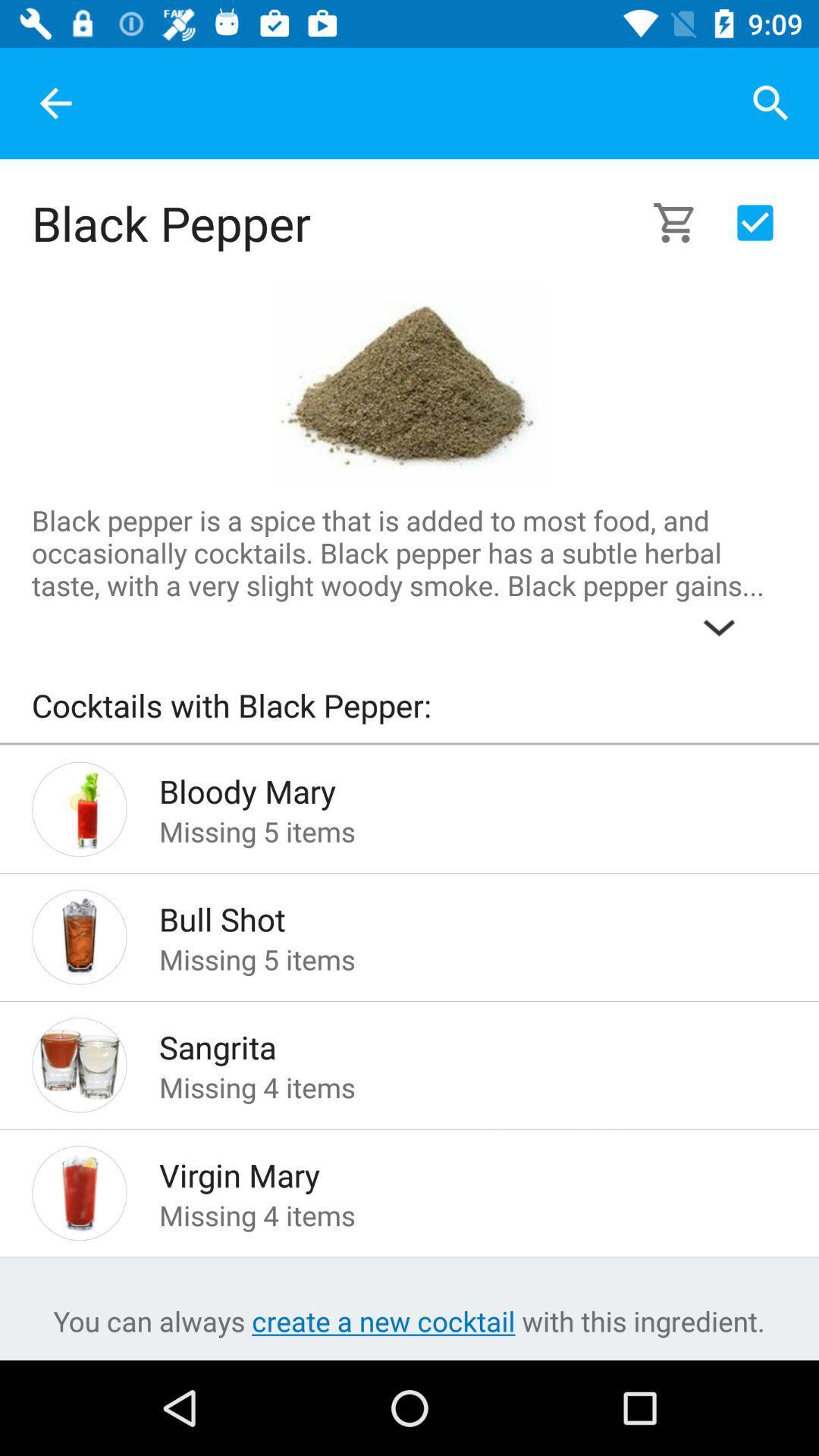  Describe the element at coordinates (683, 221) in the screenshot. I see `click on the cart symbol` at that location.